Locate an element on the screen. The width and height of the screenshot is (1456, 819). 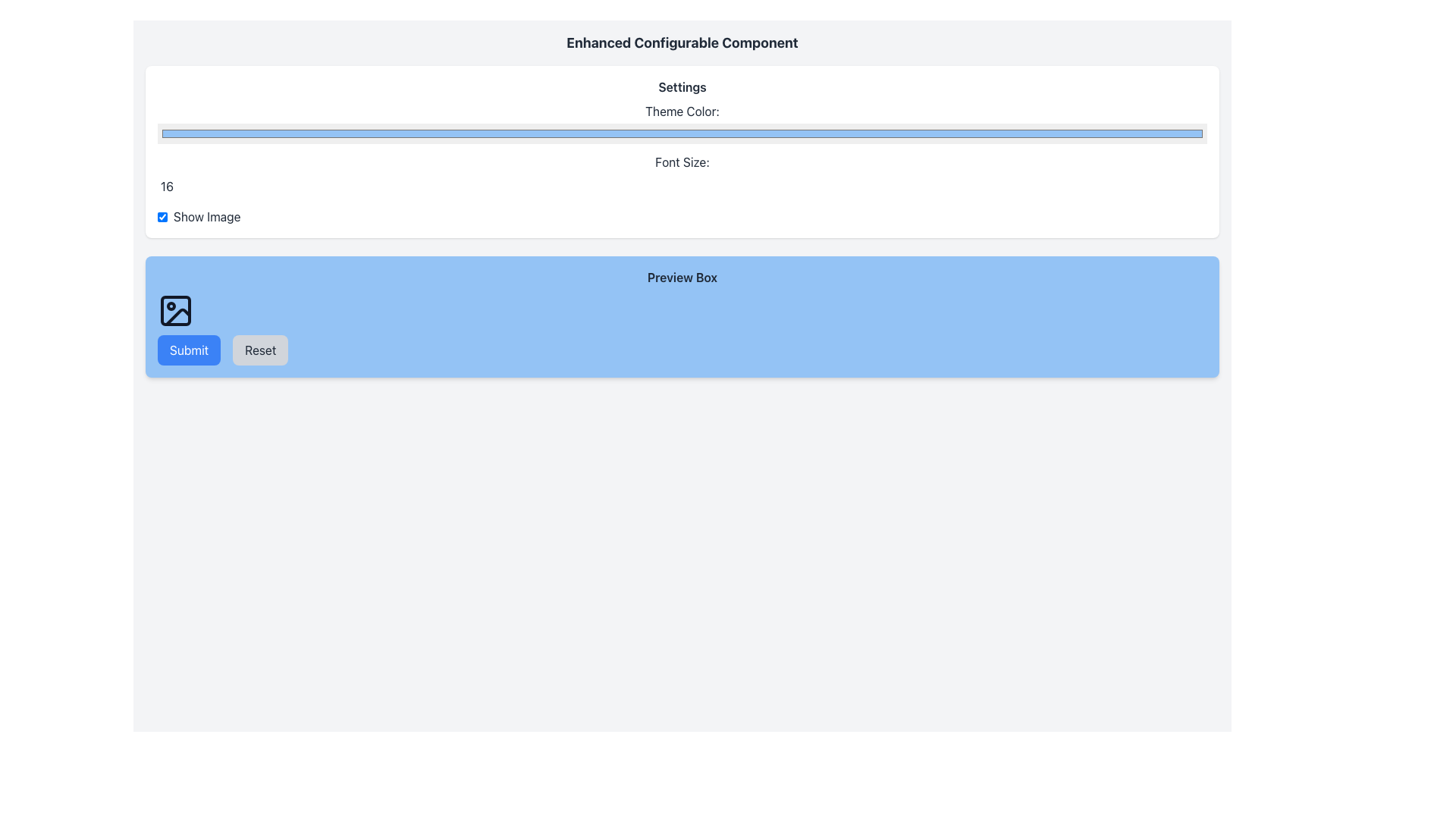
the 'Submit' button, which is a rectangular button with white text on a blue background located in the lower section of the UI, immediately to the left of the 'Reset' button is located at coordinates (188, 350).